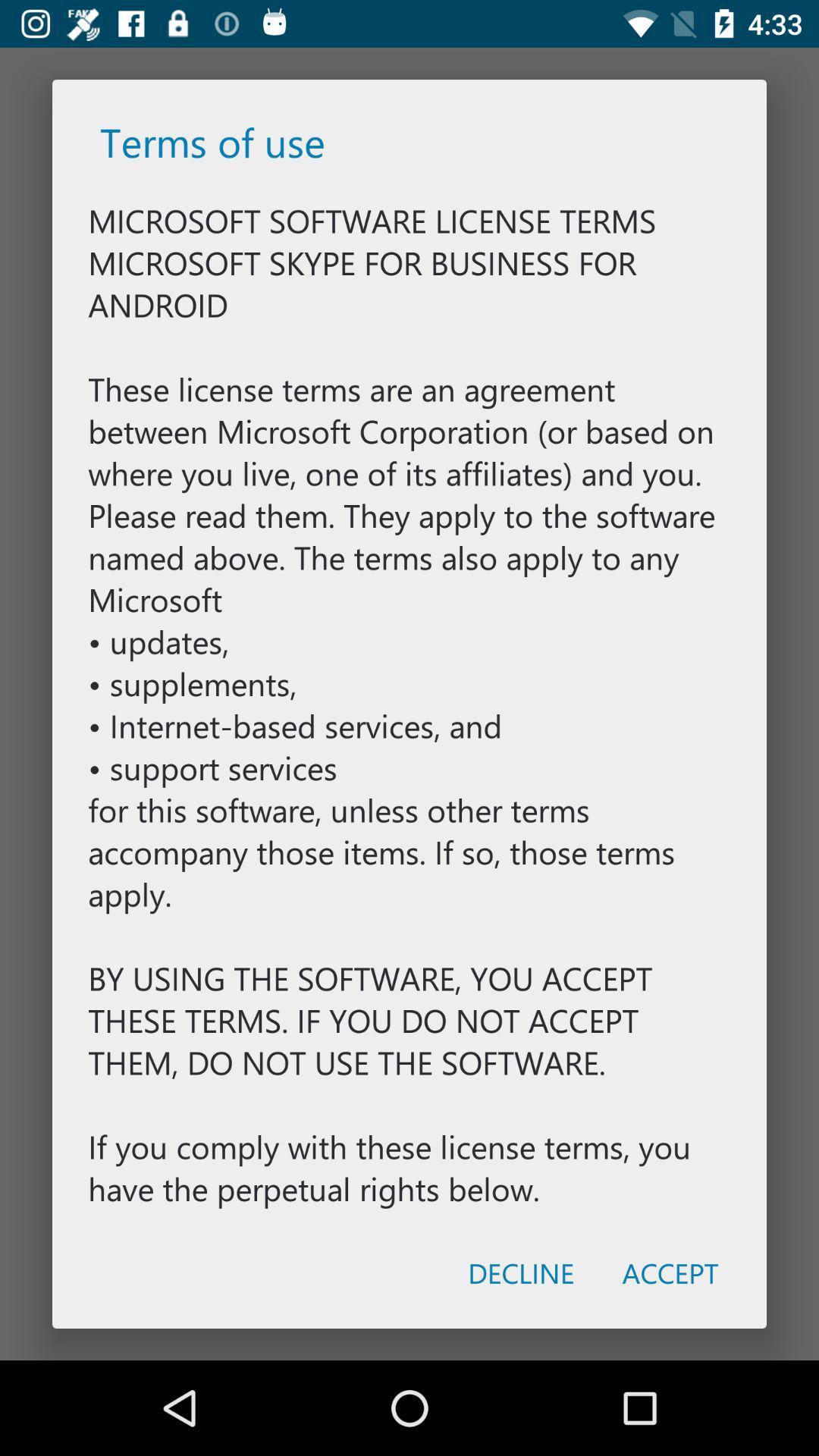  I want to click on the icon to the left of the accept icon, so click(520, 1272).